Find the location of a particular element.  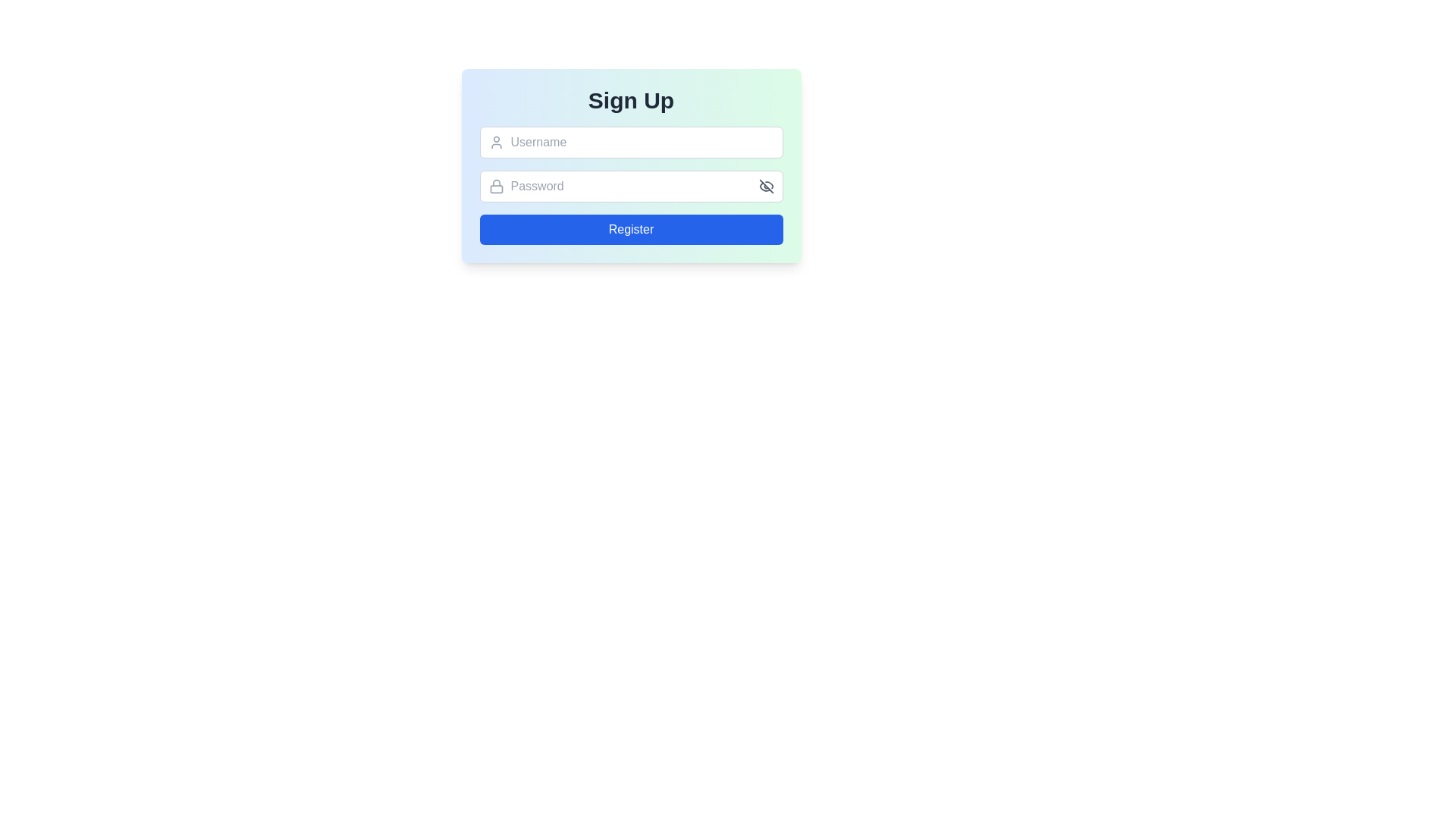

the lock icon graphic element that represents secure input for the password field, located below the shackle arc and to the left of the password input field is located at coordinates (496, 188).